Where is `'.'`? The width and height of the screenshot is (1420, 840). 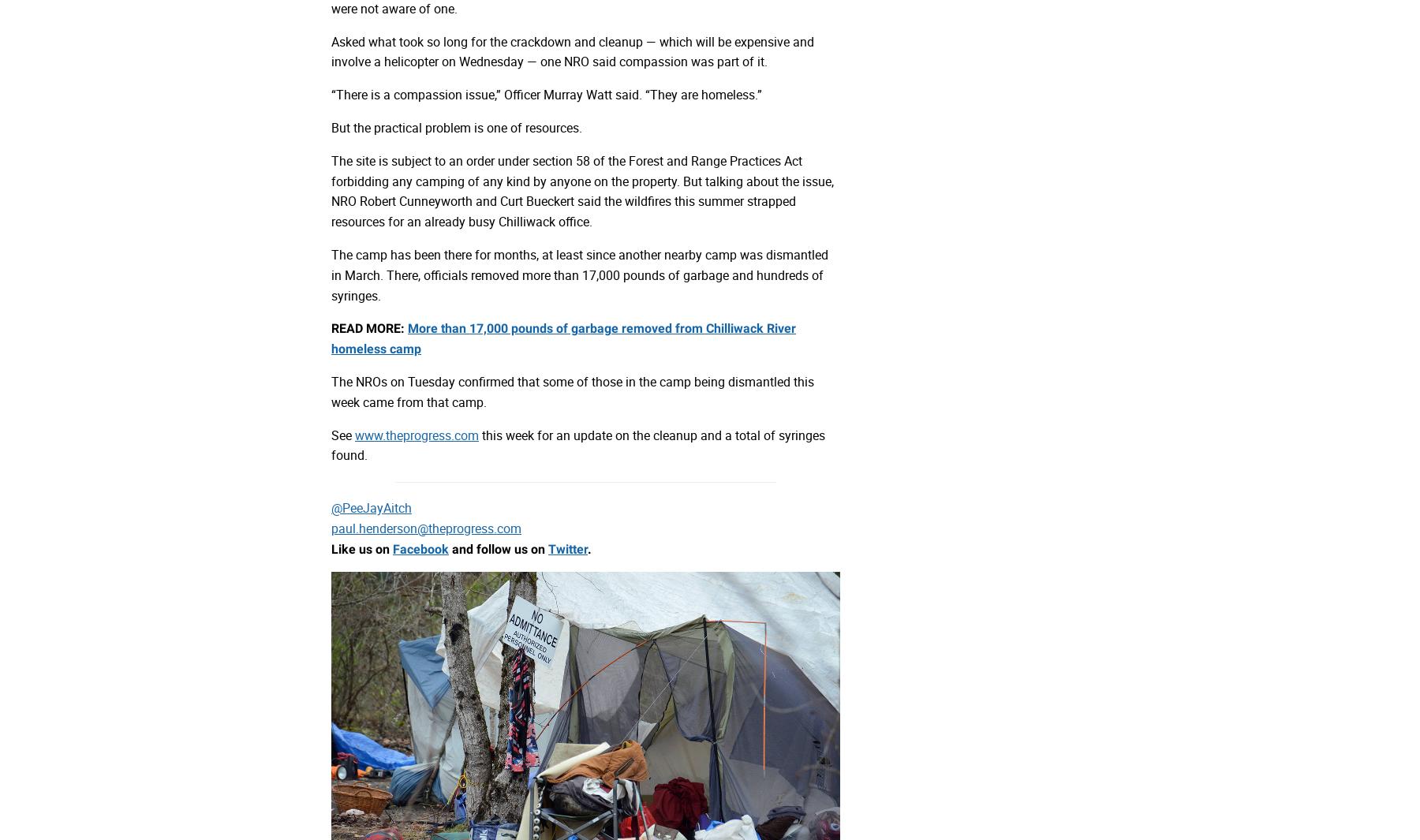 '.' is located at coordinates (589, 548).